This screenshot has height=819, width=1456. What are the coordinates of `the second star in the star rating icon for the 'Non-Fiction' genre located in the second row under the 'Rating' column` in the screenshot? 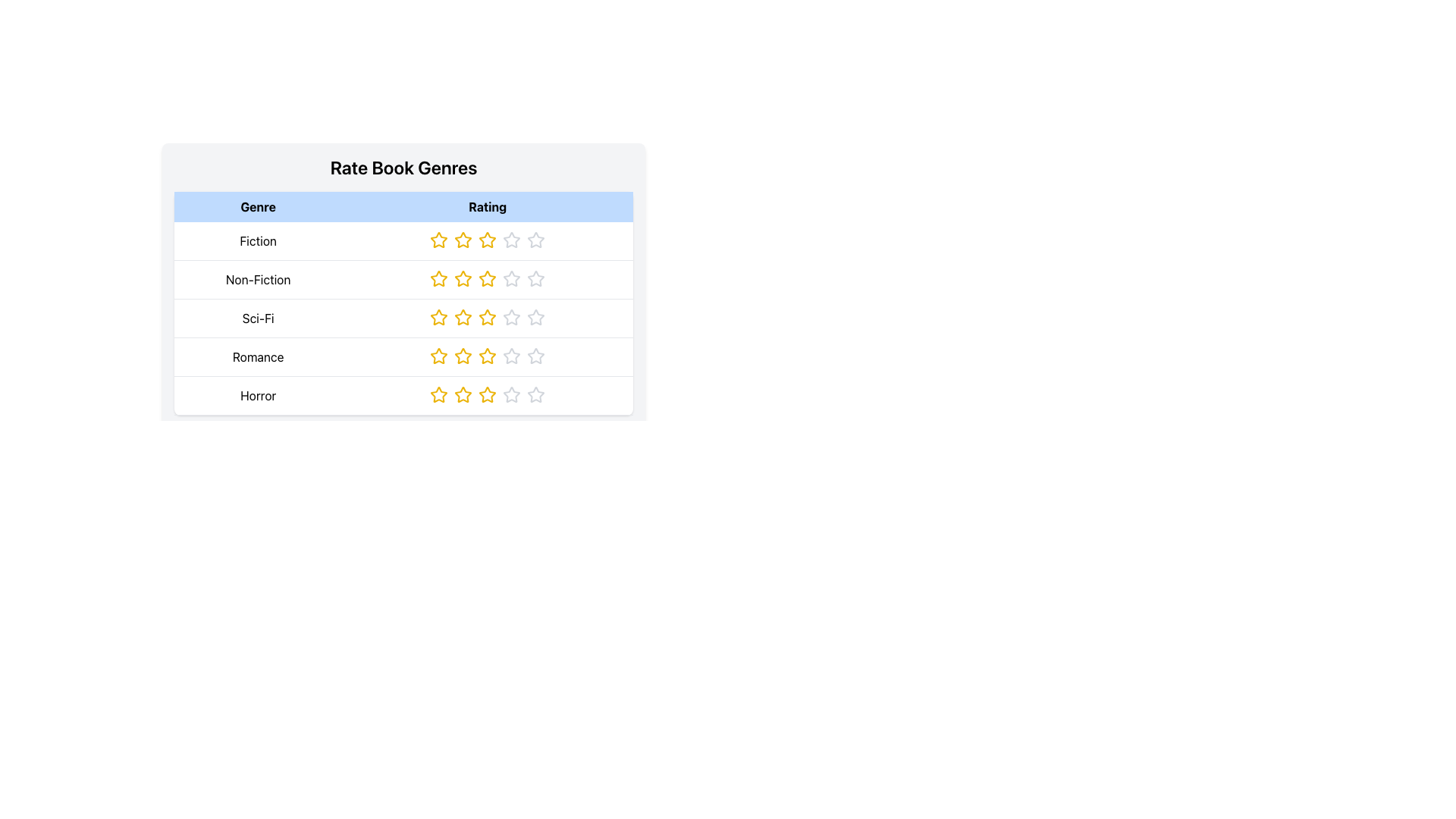 It's located at (463, 278).